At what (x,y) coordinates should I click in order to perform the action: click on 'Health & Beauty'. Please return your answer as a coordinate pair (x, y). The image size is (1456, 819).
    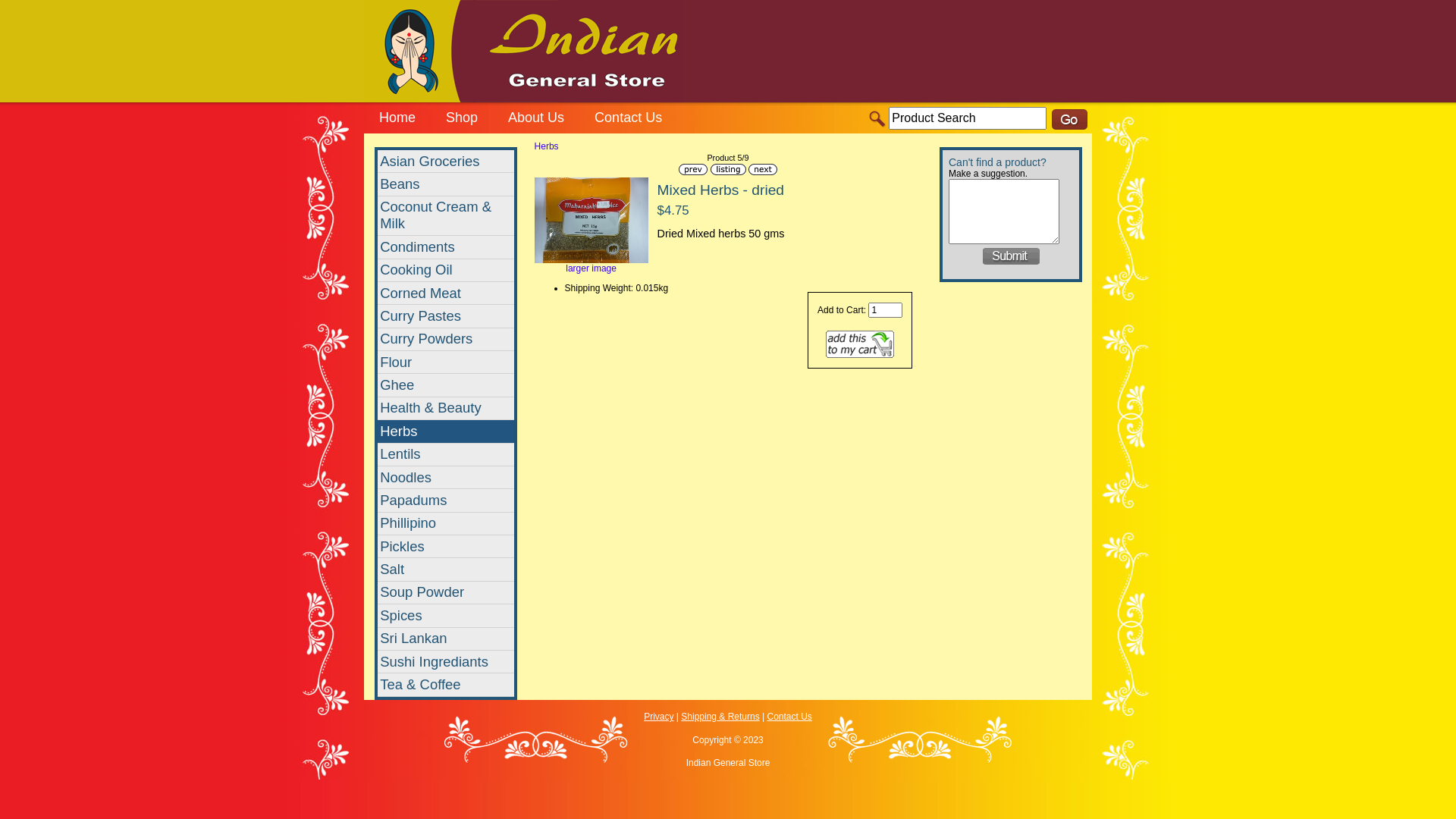
    Looking at the image, I should click on (445, 408).